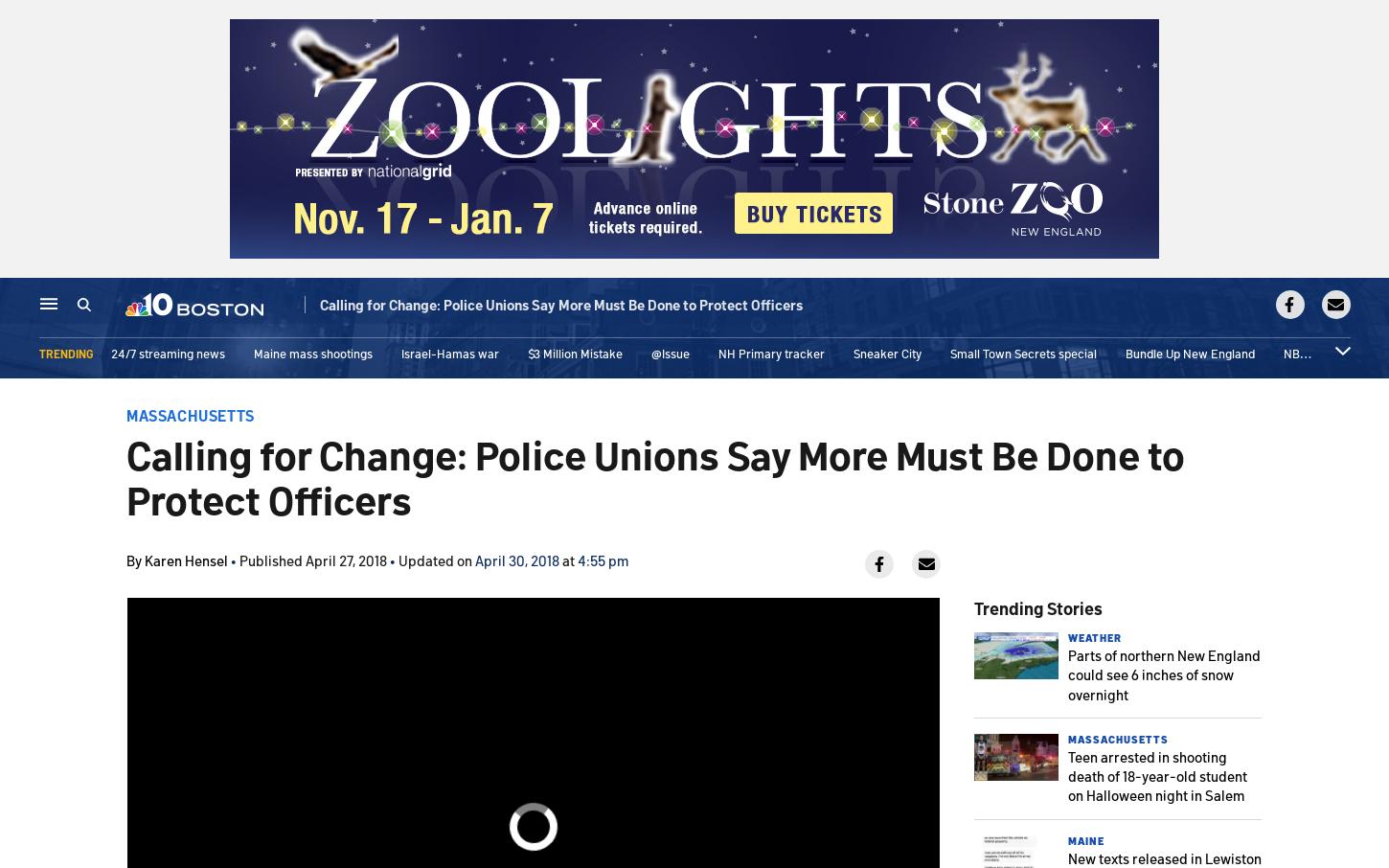 This screenshot has width=1389, height=868. Describe the element at coordinates (602, 559) in the screenshot. I see `'4:55 pm'` at that location.